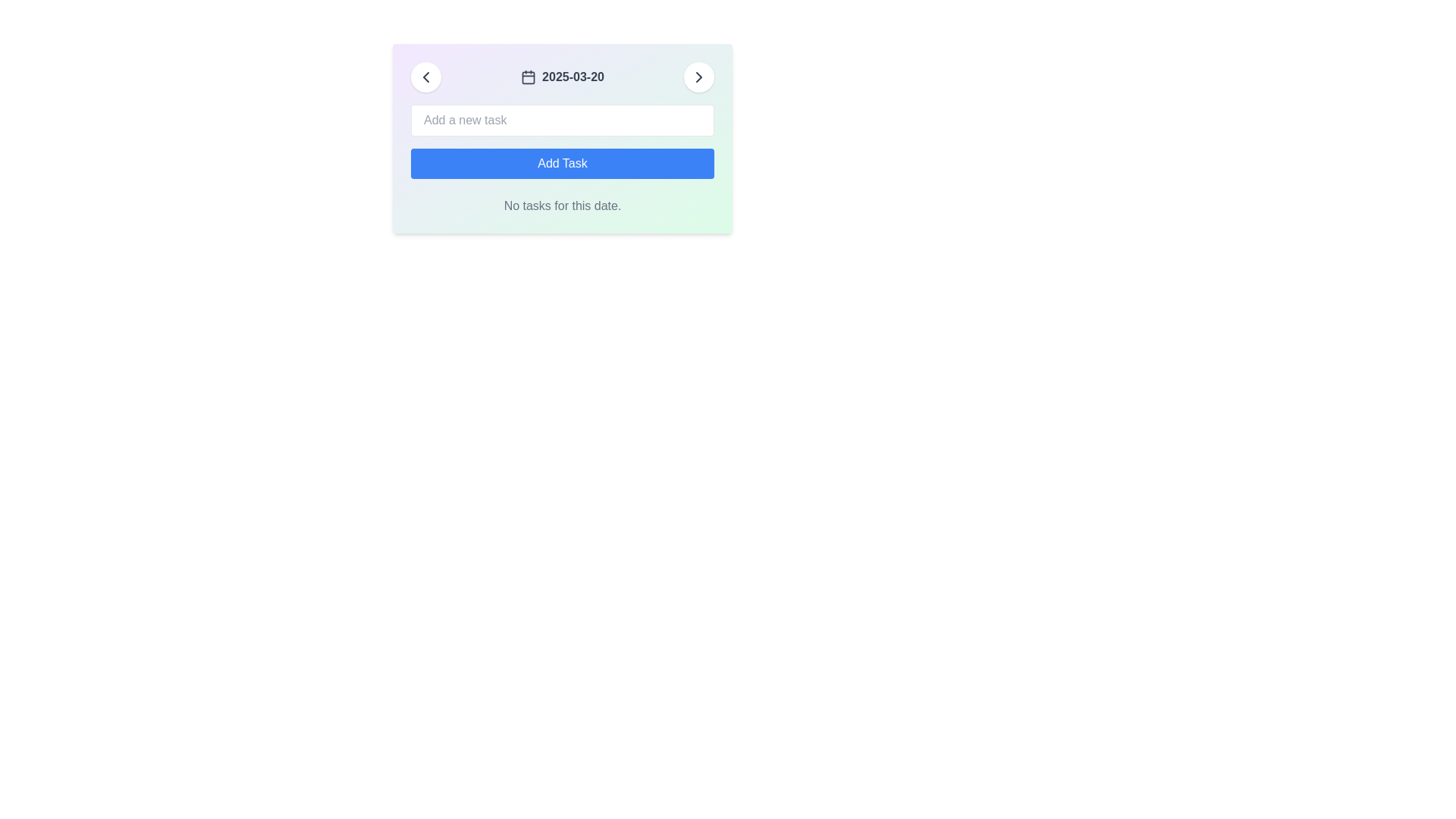 The height and width of the screenshot is (819, 1456). Describe the element at coordinates (562, 77) in the screenshot. I see `the Date display area that shows the date '2025-03-20' with a calendar icon on the left, which is horizontally centered at the top section of the interface` at that location.